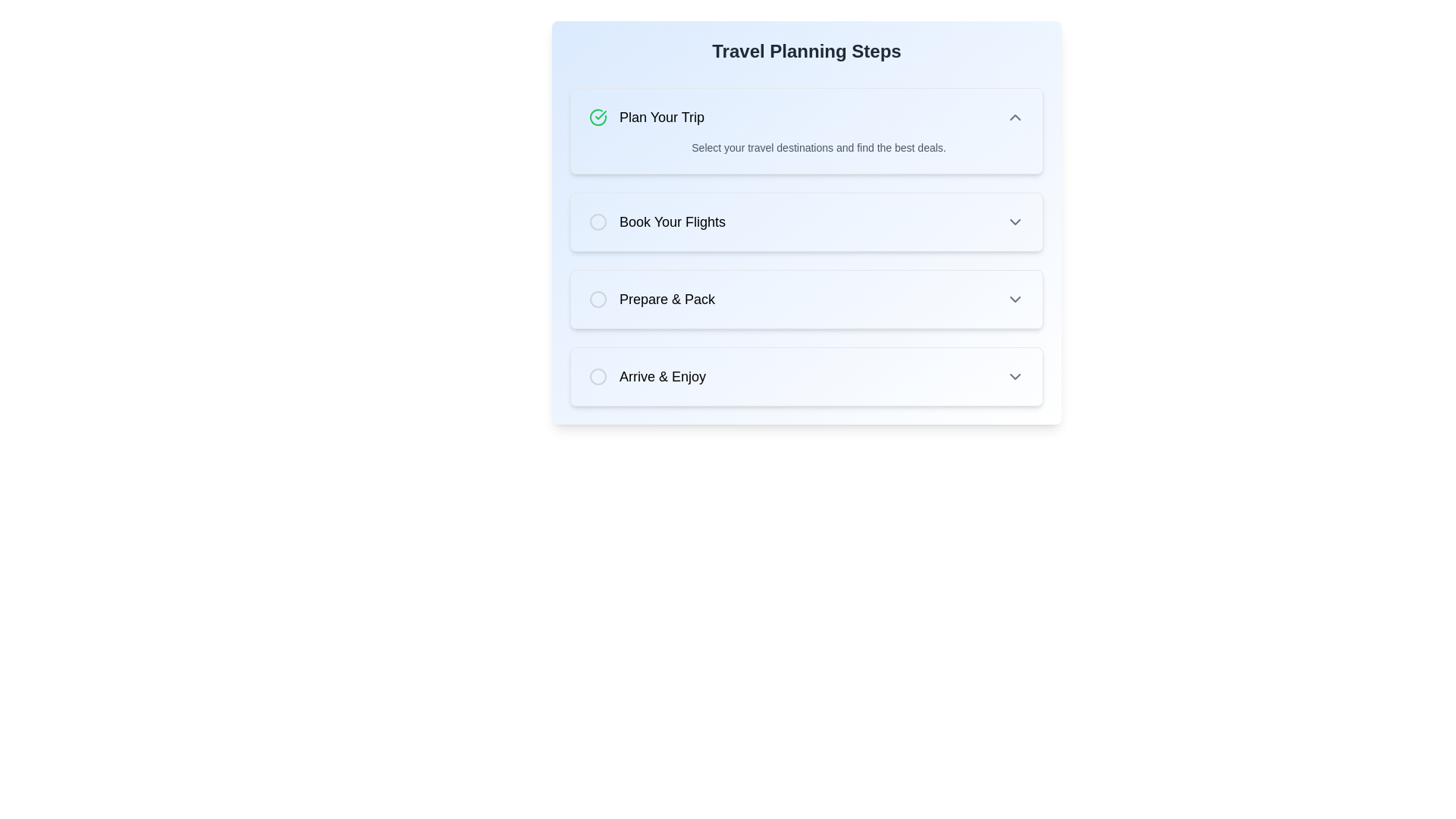 This screenshot has width=1456, height=819. What do you see at coordinates (806, 222) in the screenshot?
I see `the 'Book Your Flights' list item in the step-based navigation component` at bounding box center [806, 222].